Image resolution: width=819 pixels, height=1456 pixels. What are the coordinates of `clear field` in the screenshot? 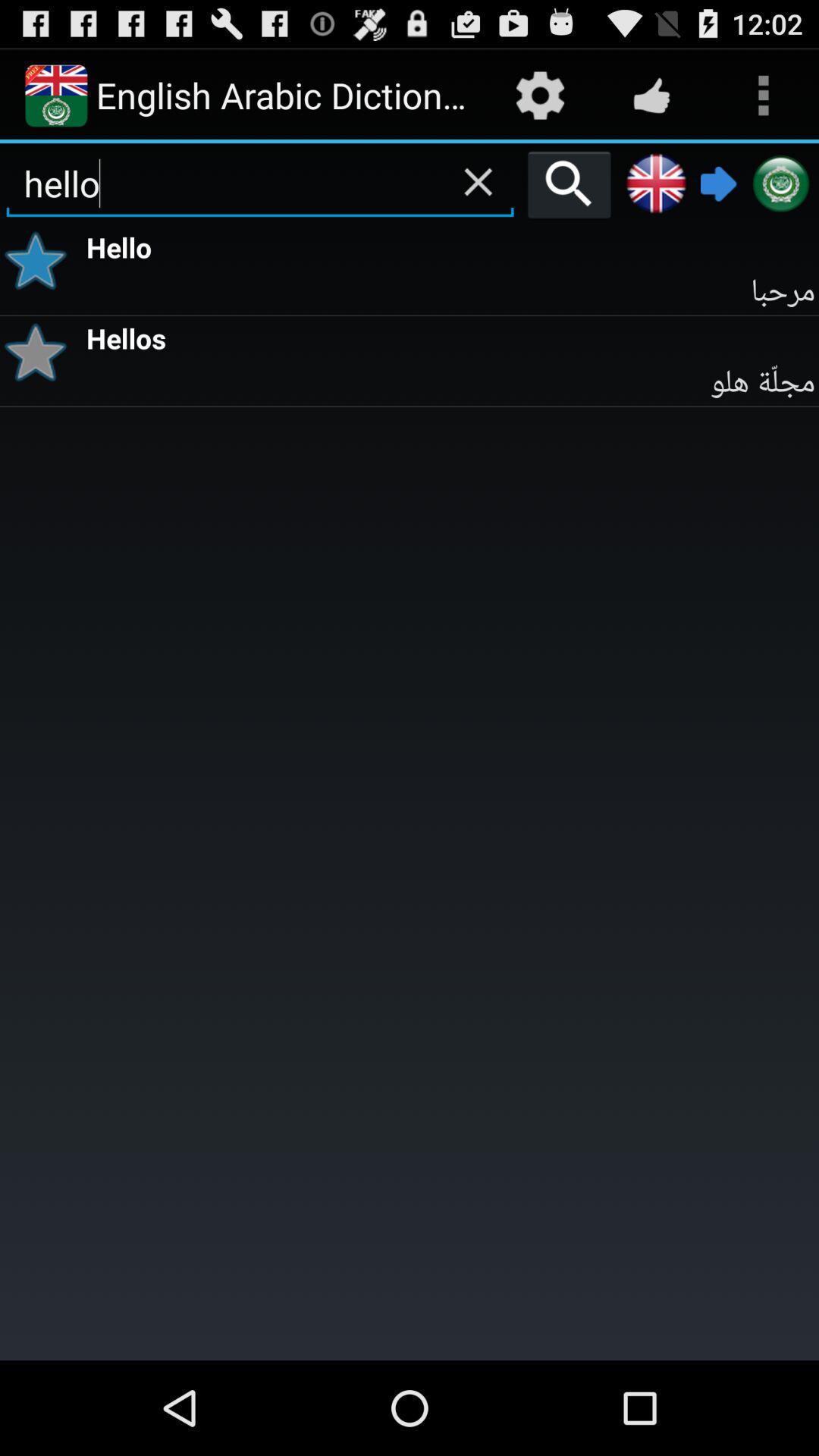 It's located at (478, 182).